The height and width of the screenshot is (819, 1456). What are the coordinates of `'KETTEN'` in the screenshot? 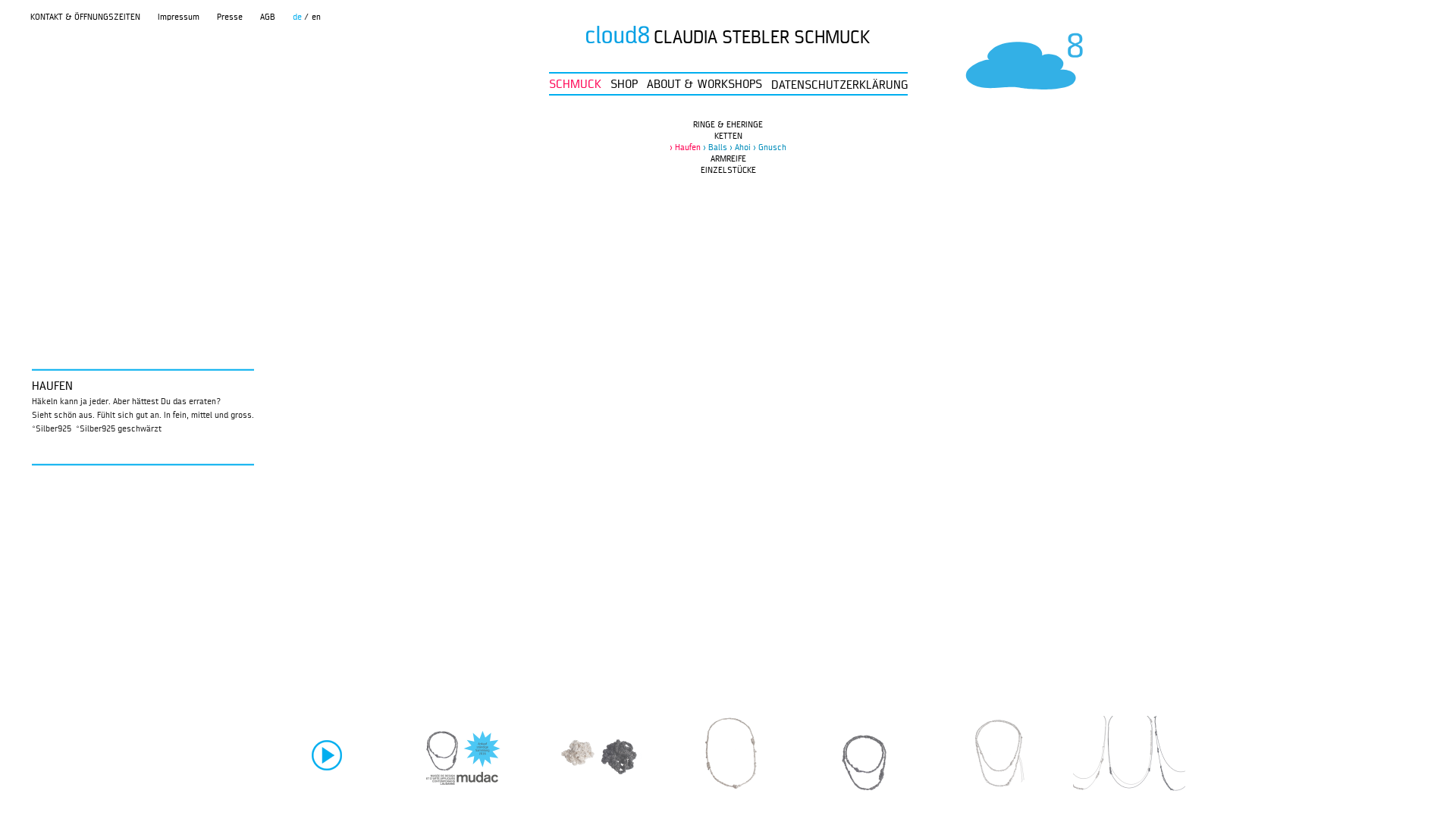 It's located at (713, 136).